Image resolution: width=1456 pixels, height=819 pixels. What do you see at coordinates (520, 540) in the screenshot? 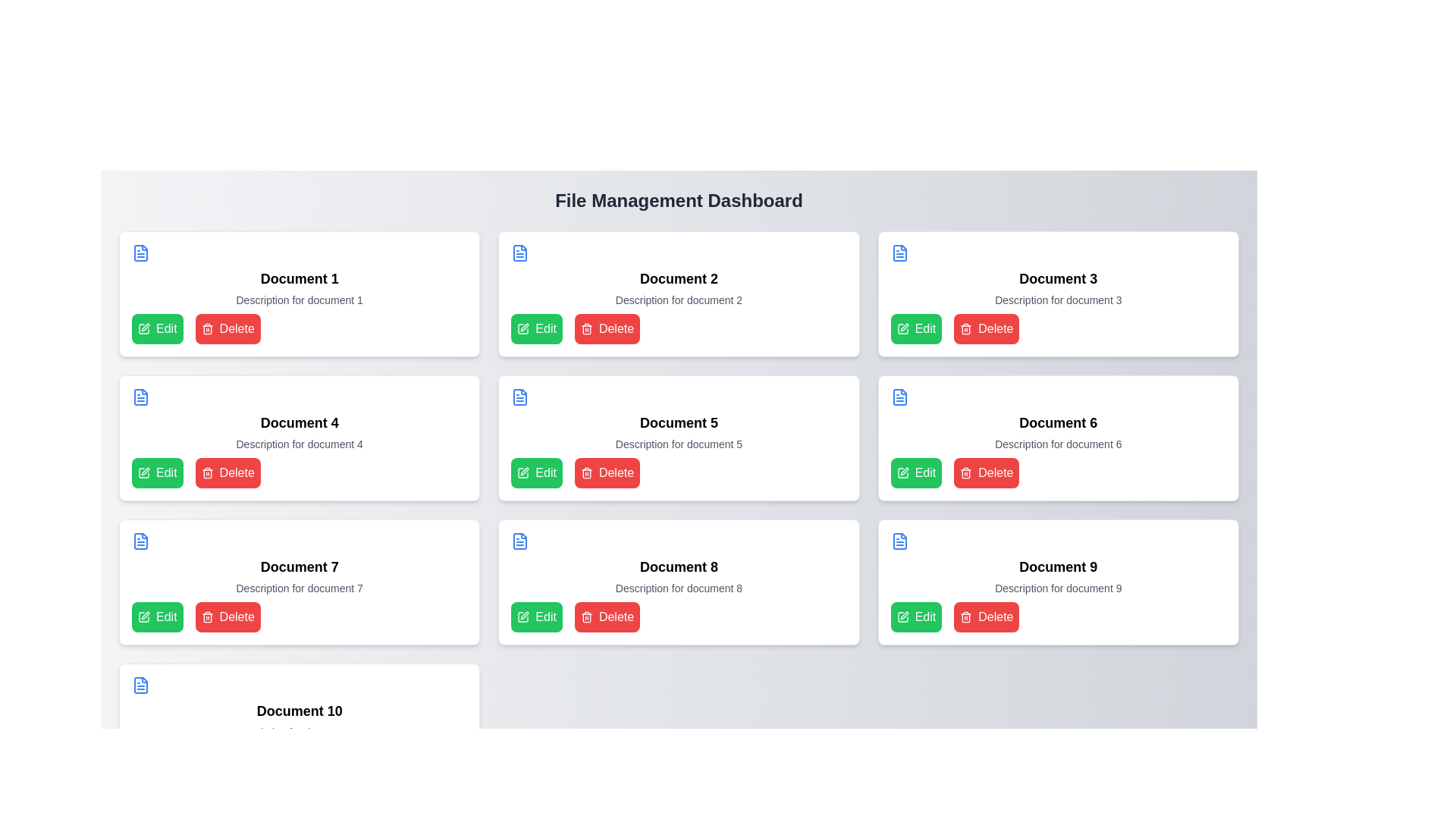
I see `the file icon located in the upper left section of the card labeled 'Document 8', situated slightly above the title and description text` at bounding box center [520, 540].